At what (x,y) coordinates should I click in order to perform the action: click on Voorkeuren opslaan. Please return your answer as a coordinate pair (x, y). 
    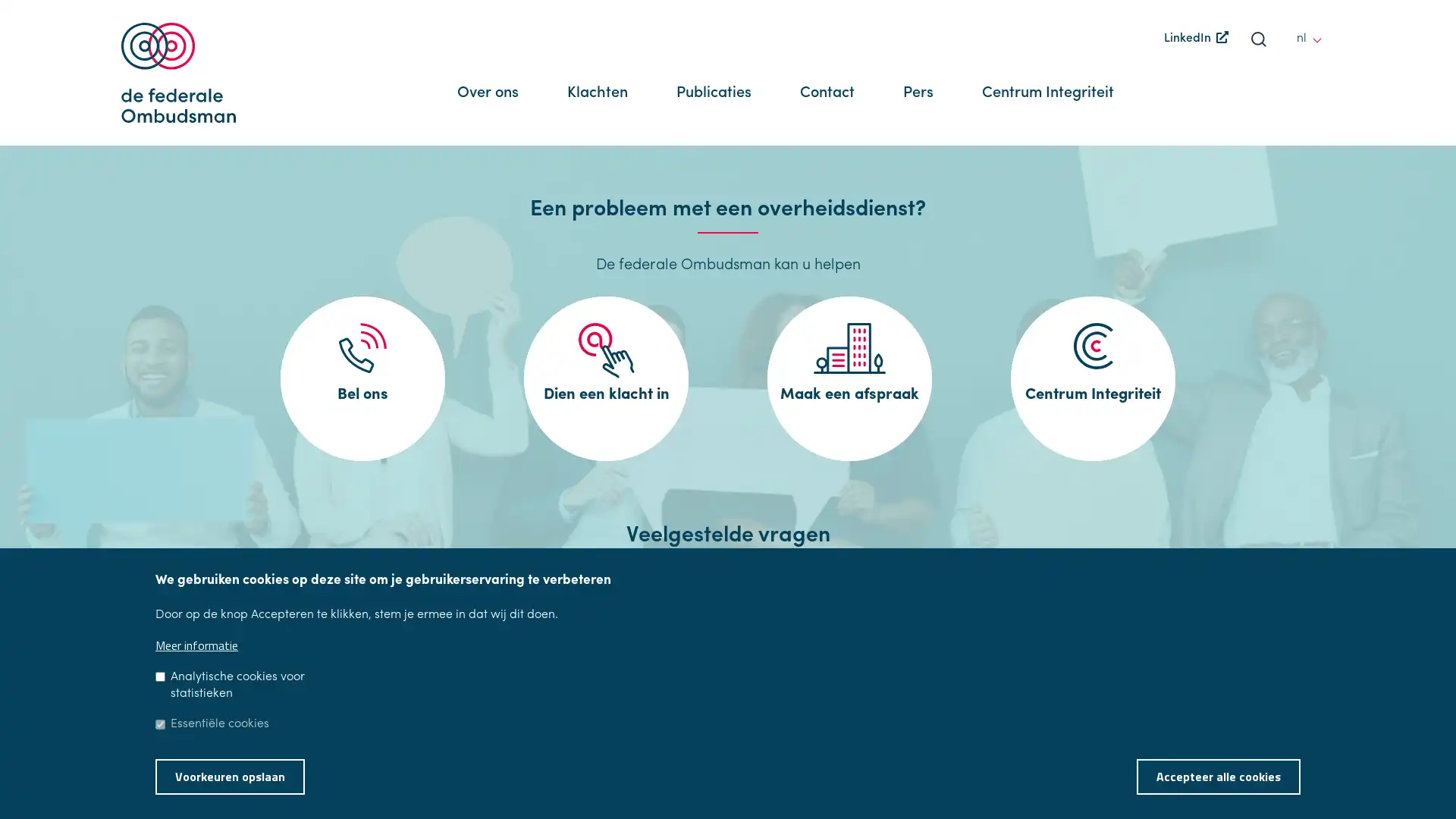
    Looking at the image, I should click on (229, 776).